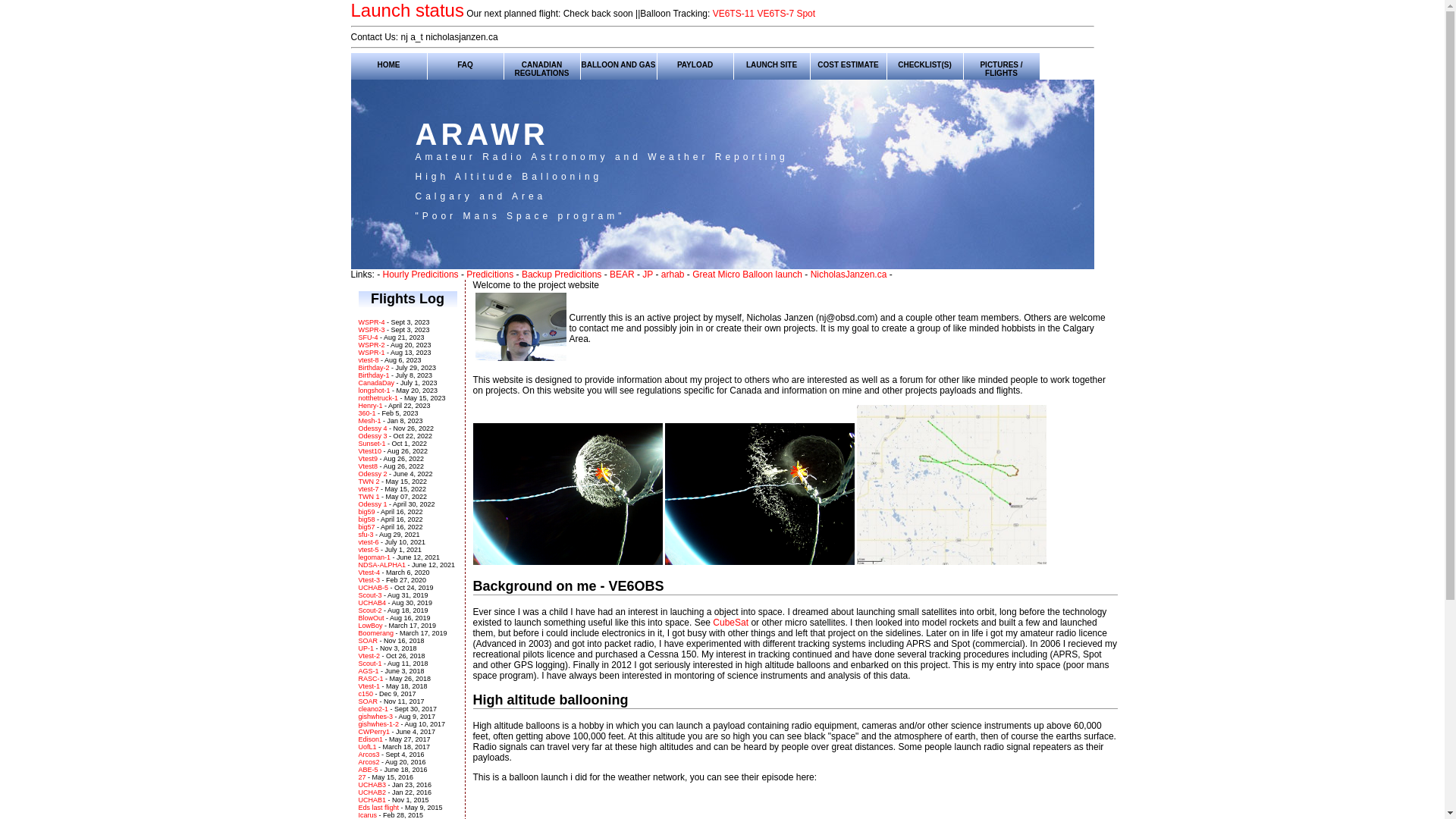 The width and height of the screenshot is (1456, 819). I want to click on 'vtest-8', so click(368, 359).